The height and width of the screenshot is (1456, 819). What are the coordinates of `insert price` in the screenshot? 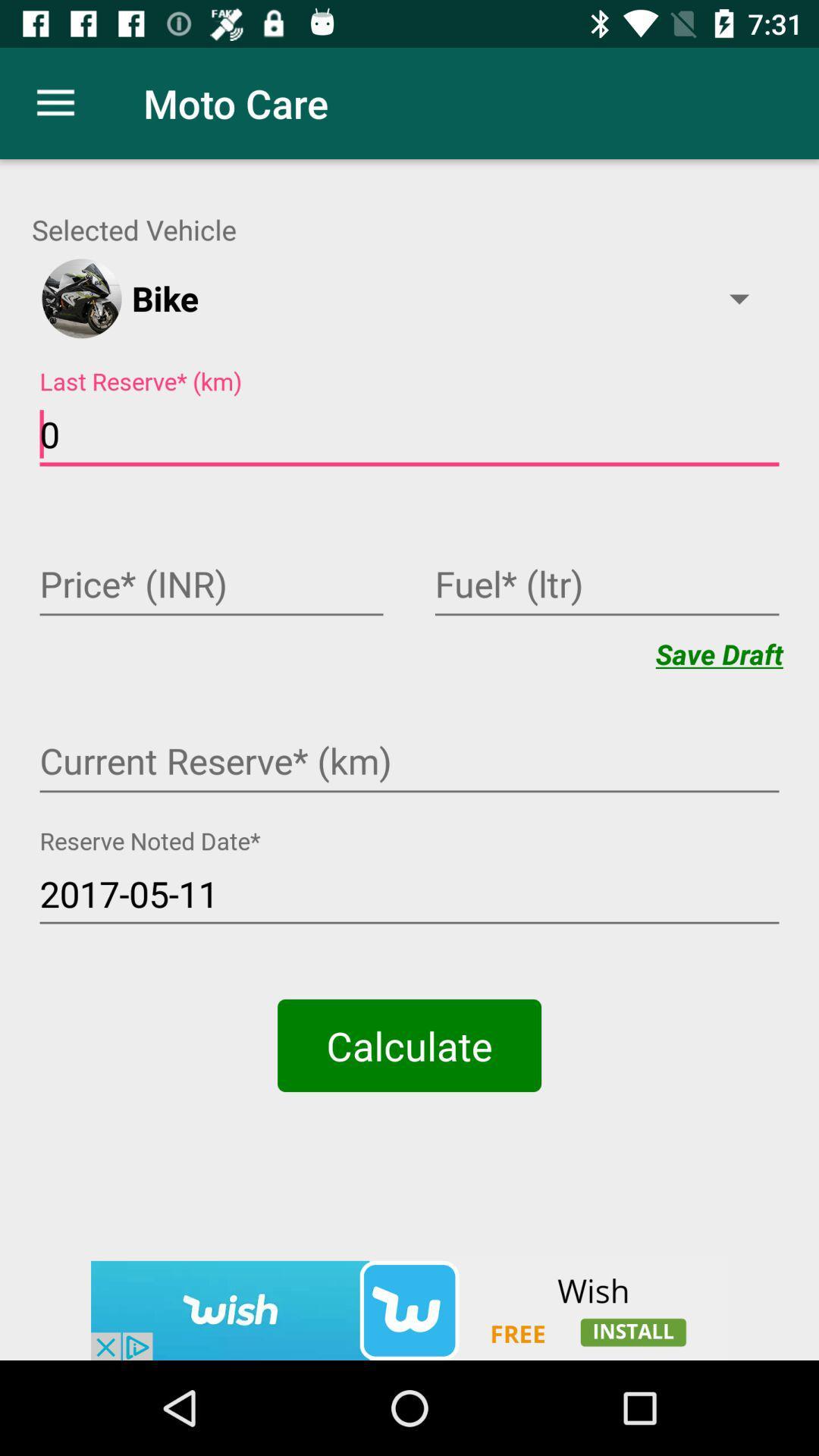 It's located at (211, 585).